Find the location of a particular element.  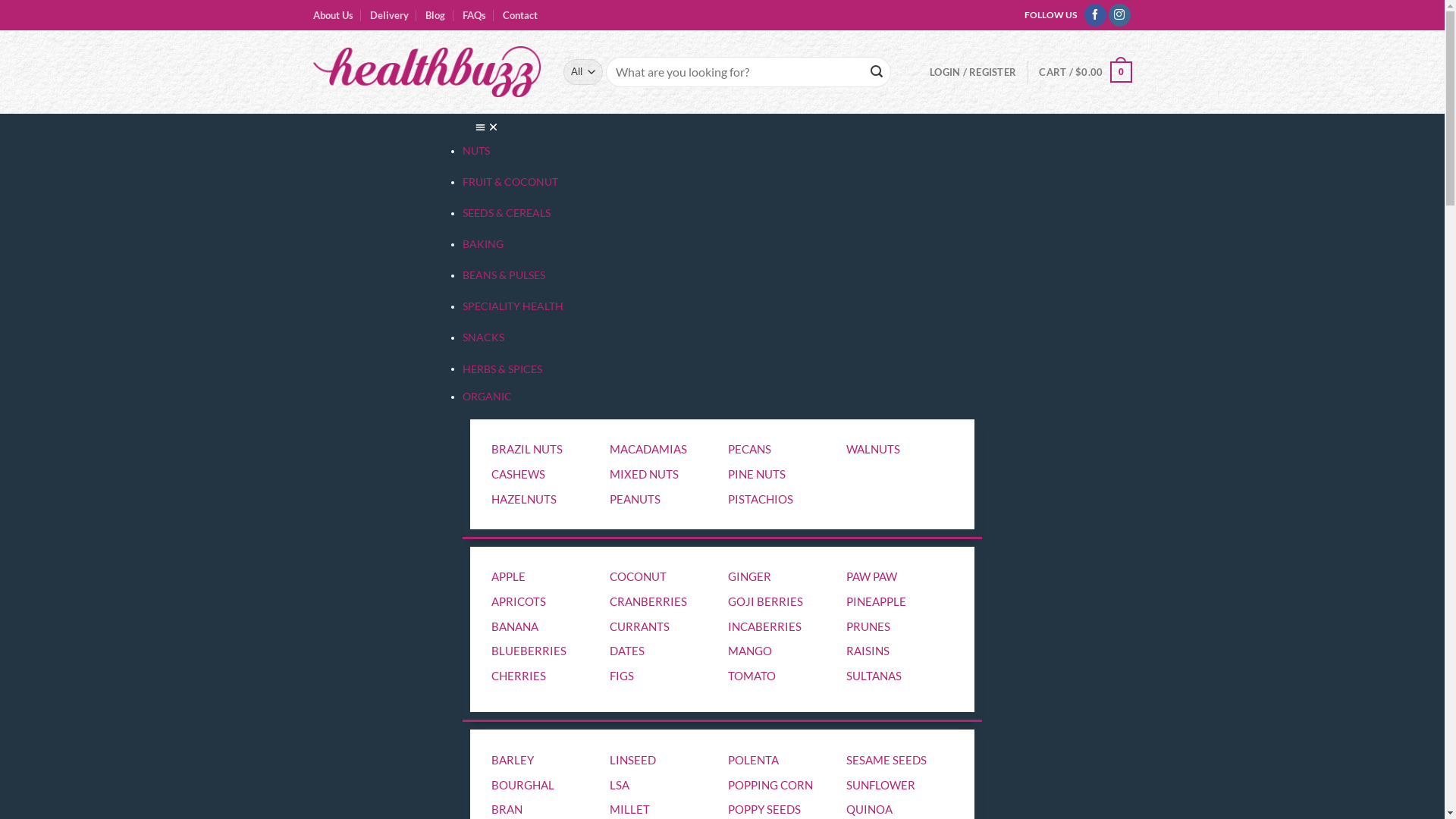

'SEEDS & CEREALS' is located at coordinates (507, 213).